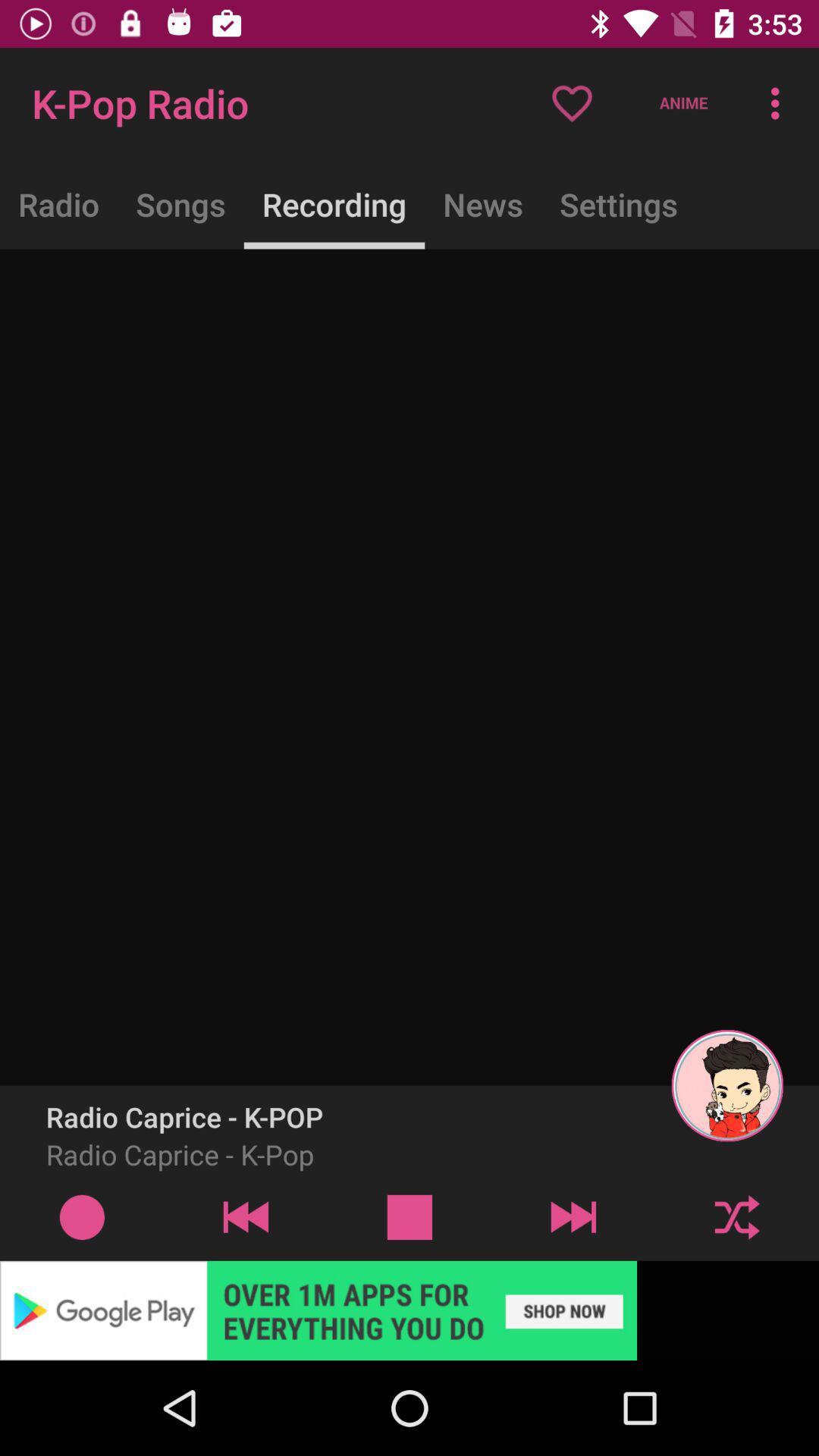 This screenshot has height=1456, width=819. Describe the element at coordinates (736, 1216) in the screenshot. I see `shuffle option` at that location.